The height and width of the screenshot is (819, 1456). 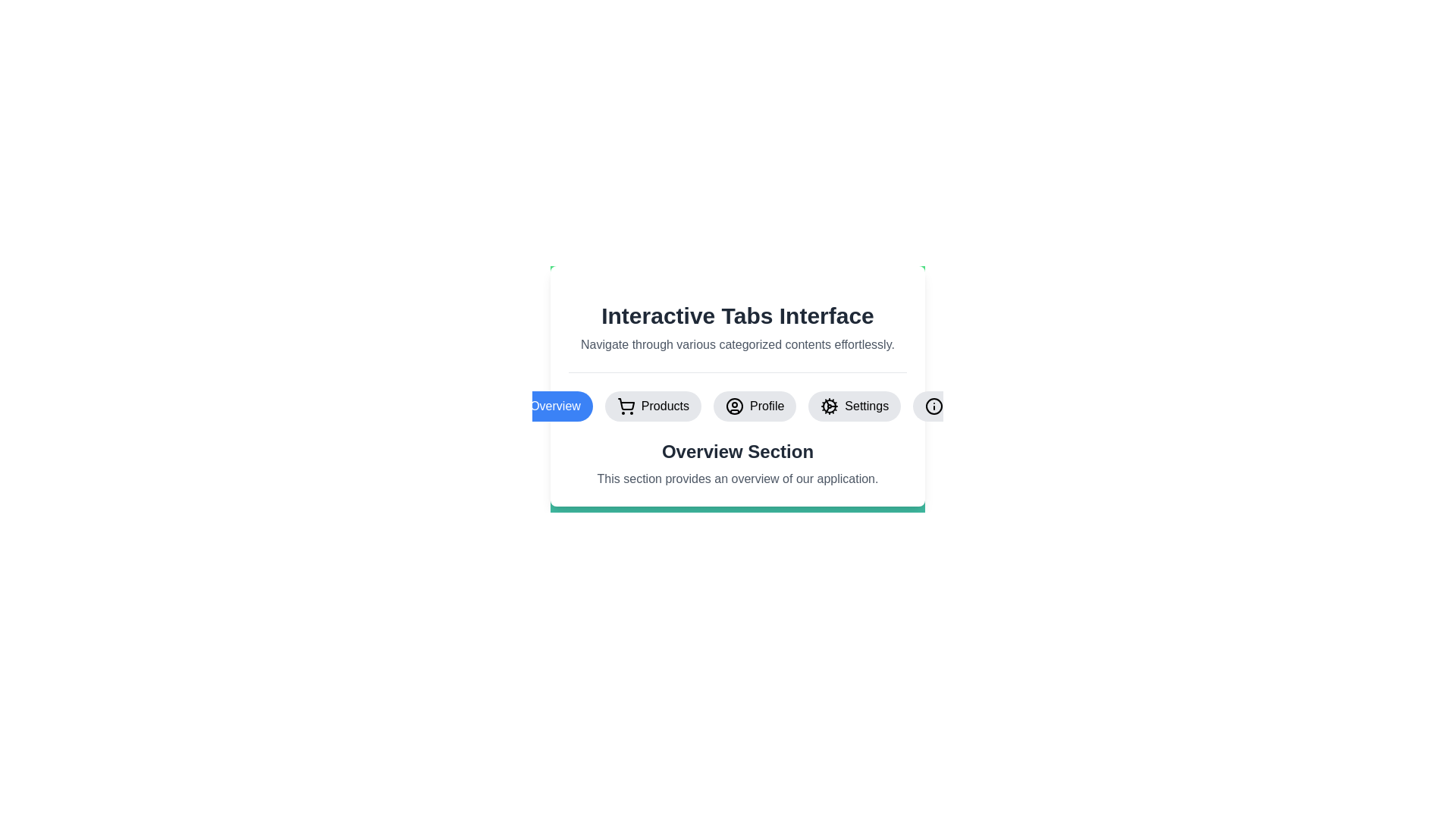 I want to click on the informational indicator icon located in the 'Info' group, so click(x=934, y=406).